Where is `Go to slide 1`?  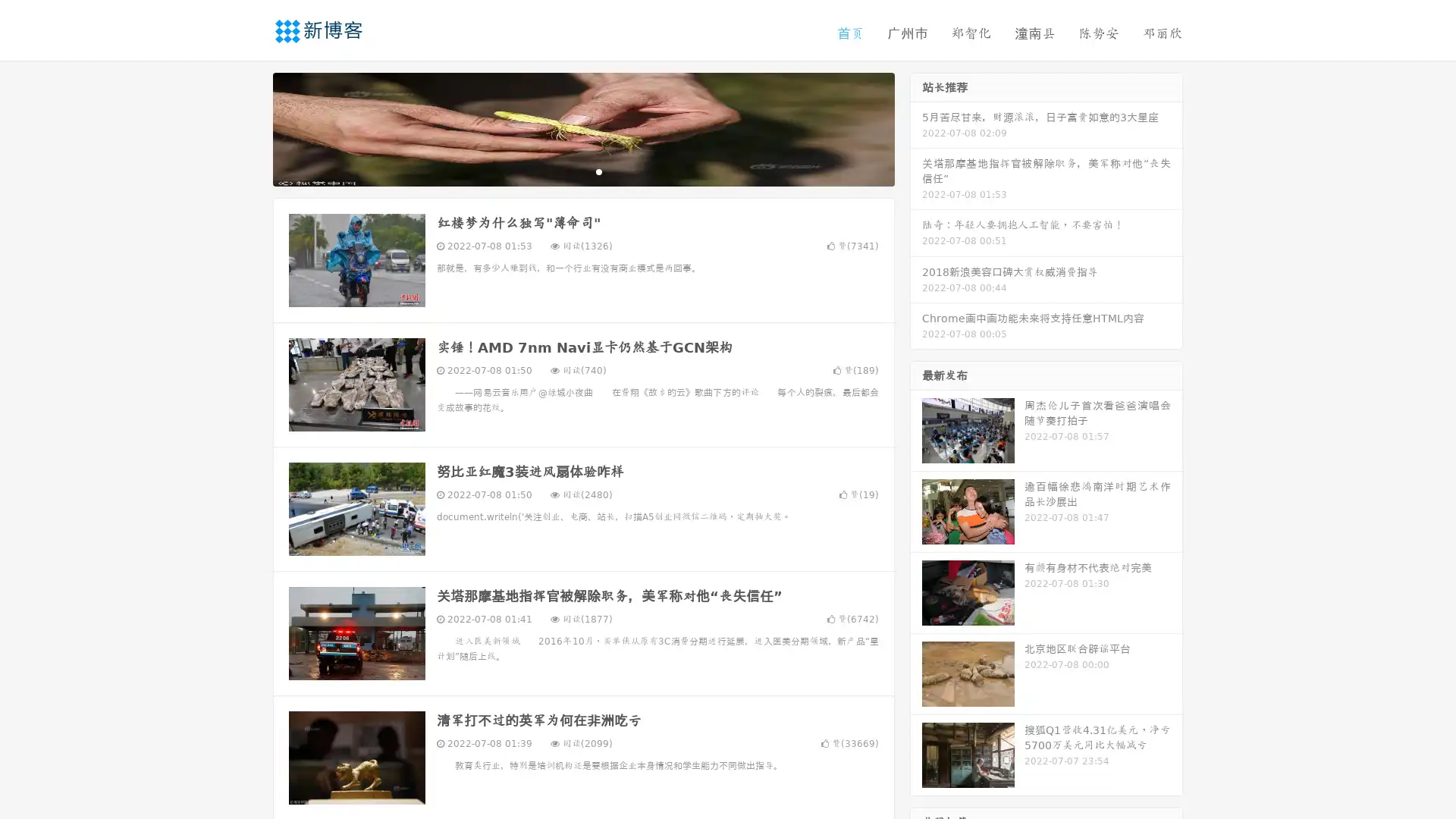 Go to slide 1 is located at coordinates (567, 171).